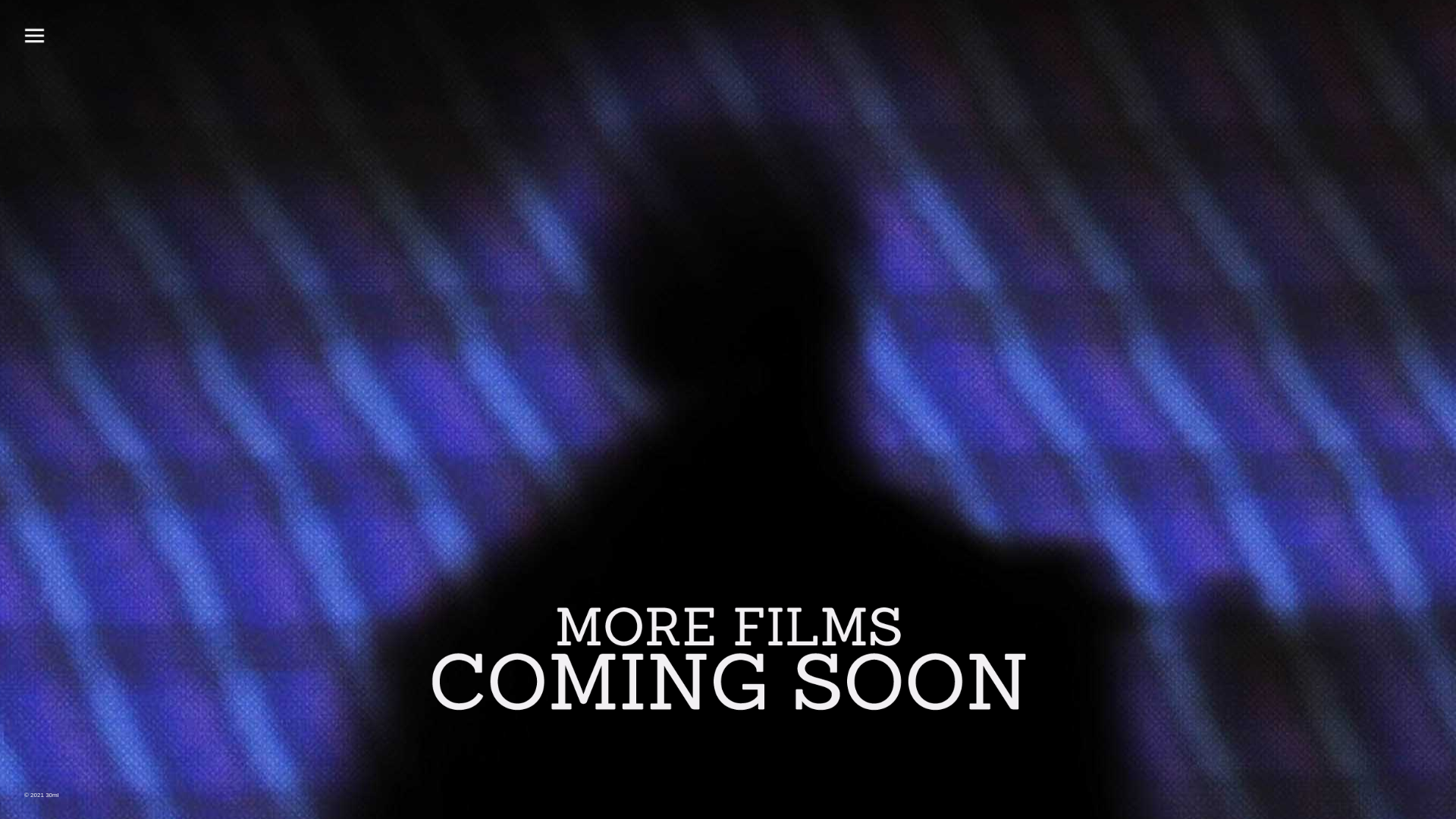 This screenshot has height=819, width=1456. I want to click on 'menu', so click(33, 34).